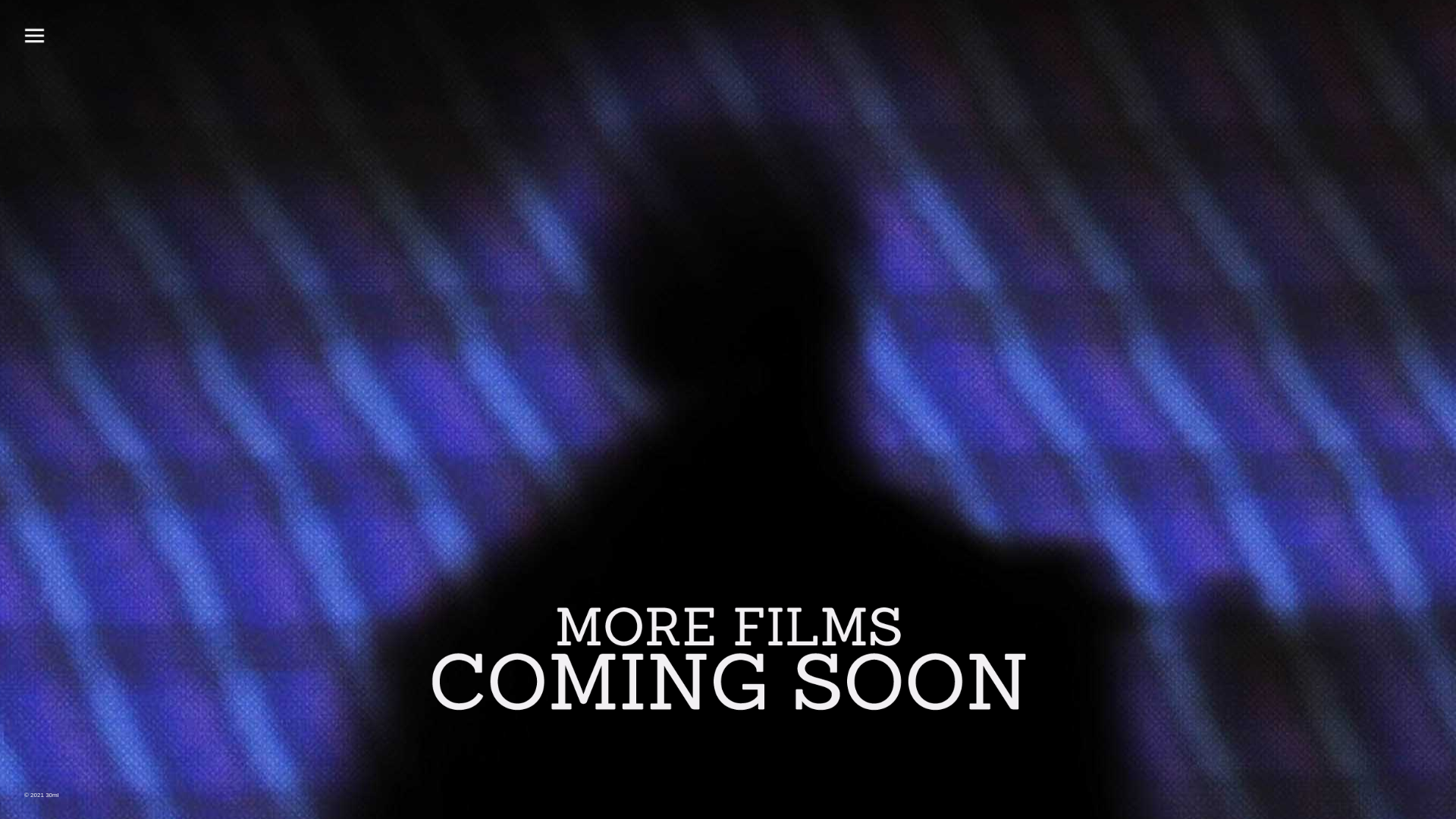 This screenshot has height=819, width=1456. I want to click on 'menu', so click(33, 34).